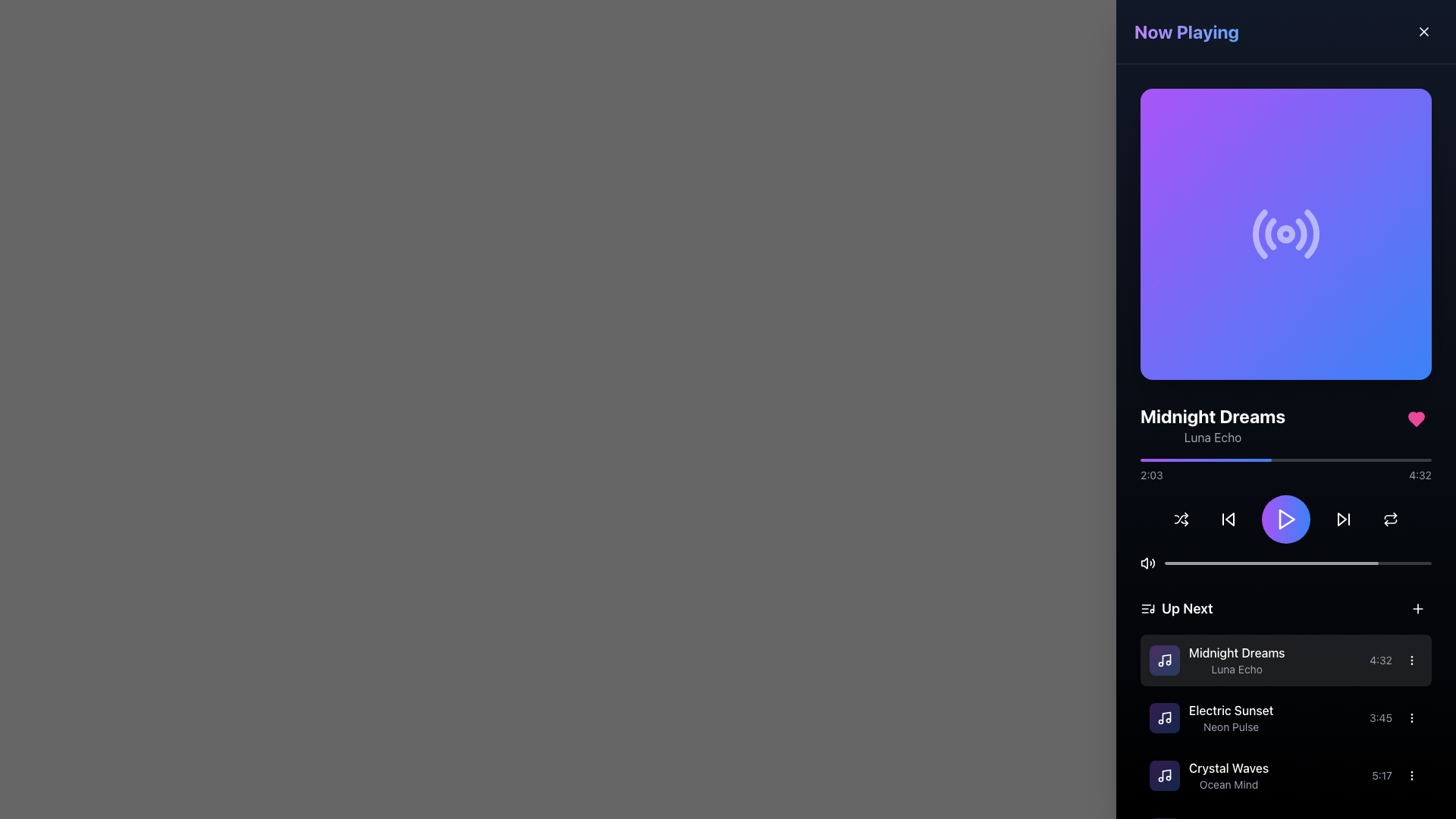  Describe the element at coordinates (1415, 419) in the screenshot. I see `the heart icon in the top-right corner of the song details section to favorite or unfavorite the song 'Midnight Dreams - Luna Echo'` at that location.